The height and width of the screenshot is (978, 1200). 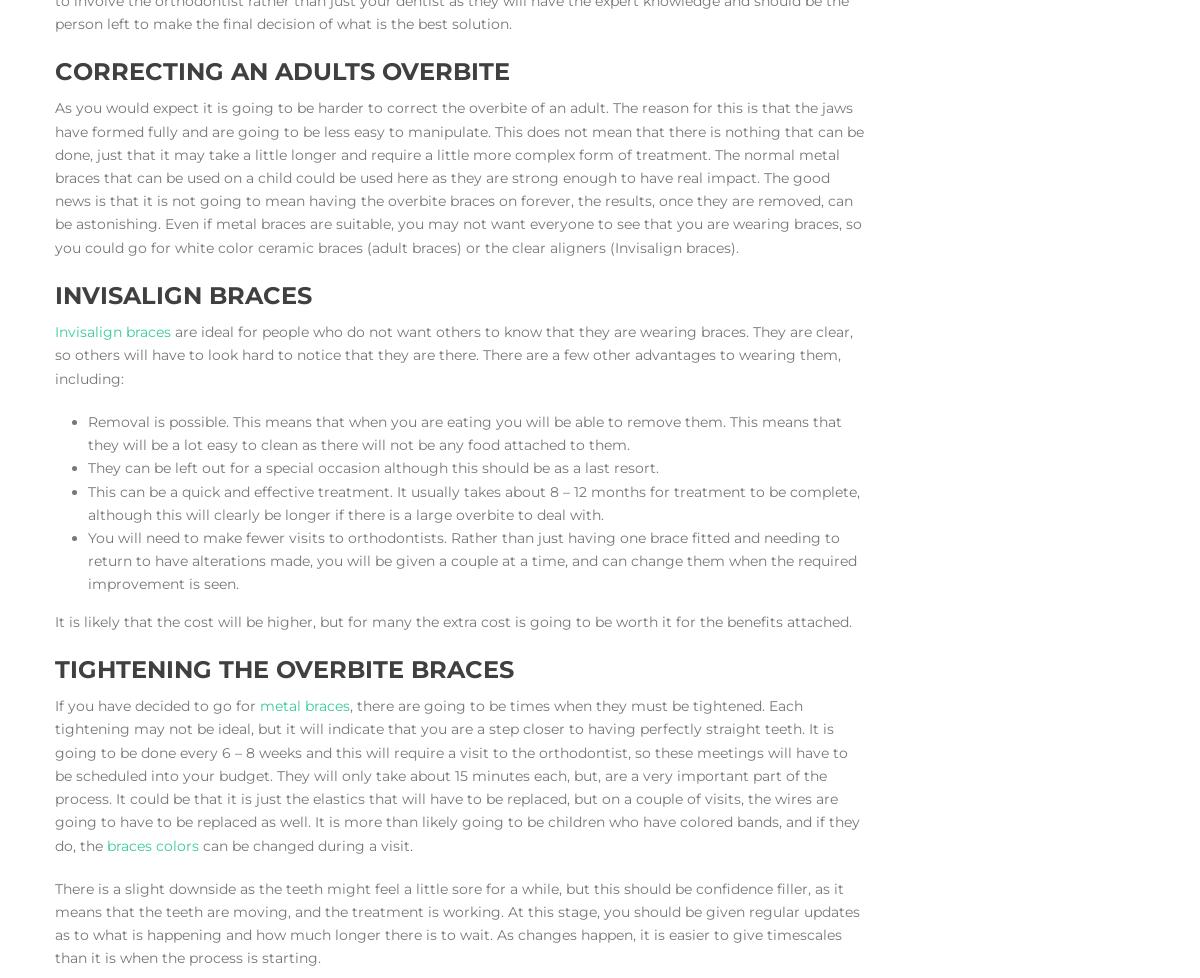 What do you see at coordinates (197, 843) in the screenshot?
I see `'can be changed during a visit.'` at bounding box center [197, 843].